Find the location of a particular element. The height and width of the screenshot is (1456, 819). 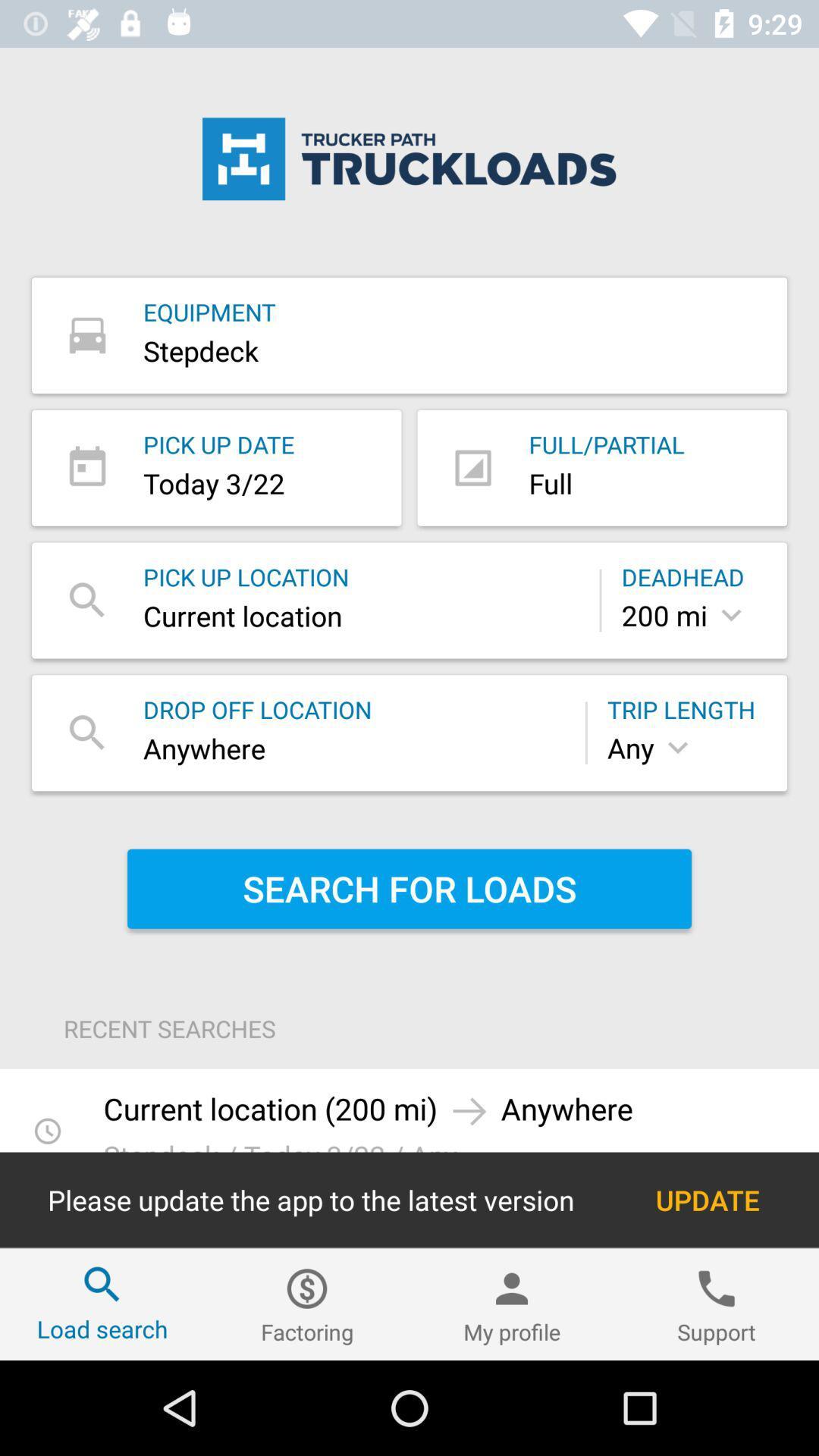

item to the right of the my profile item is located at coordinates (717, 1304).